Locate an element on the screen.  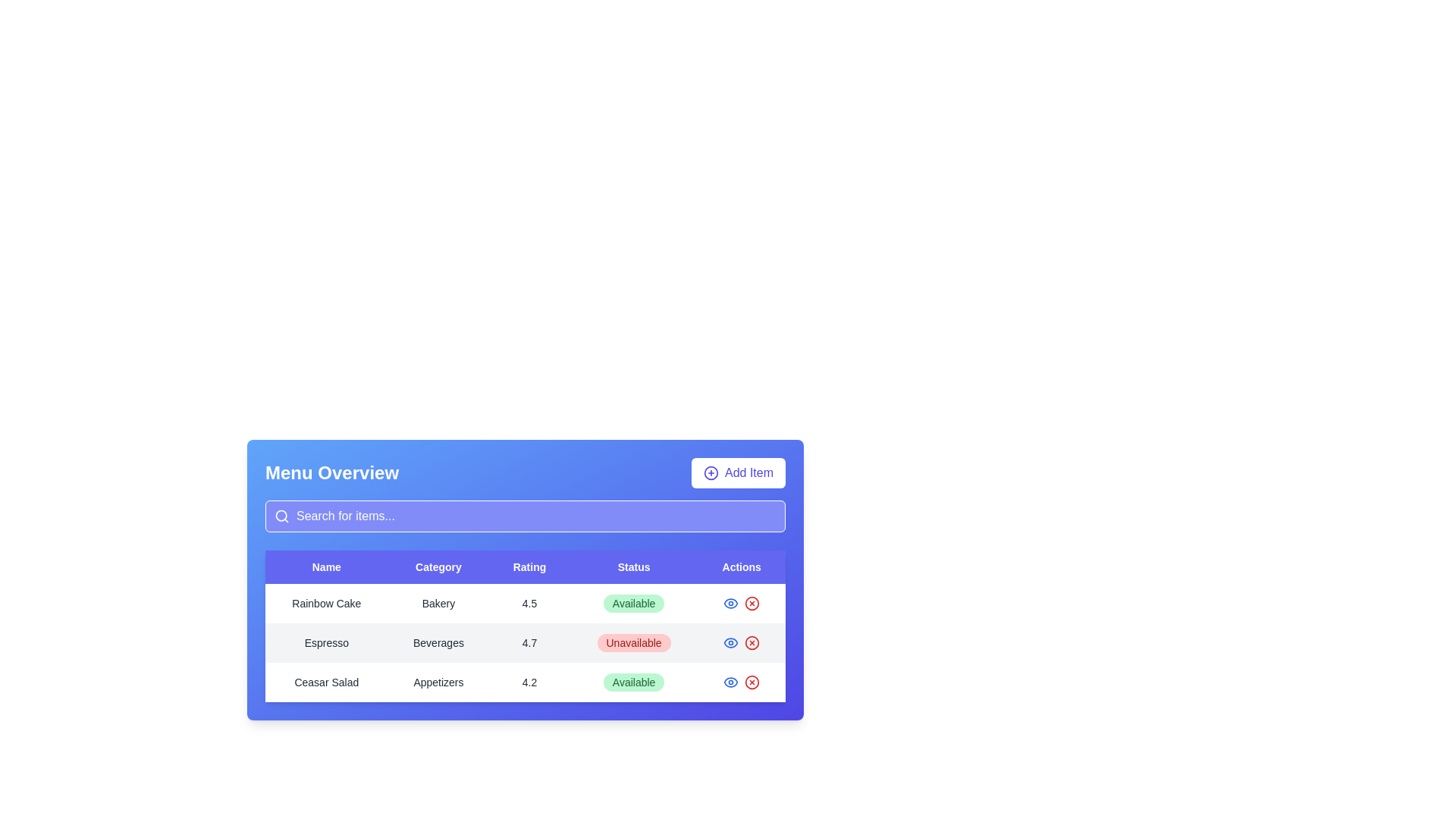
the category label in the second cell of the table row is located at coordinates (438, 643).